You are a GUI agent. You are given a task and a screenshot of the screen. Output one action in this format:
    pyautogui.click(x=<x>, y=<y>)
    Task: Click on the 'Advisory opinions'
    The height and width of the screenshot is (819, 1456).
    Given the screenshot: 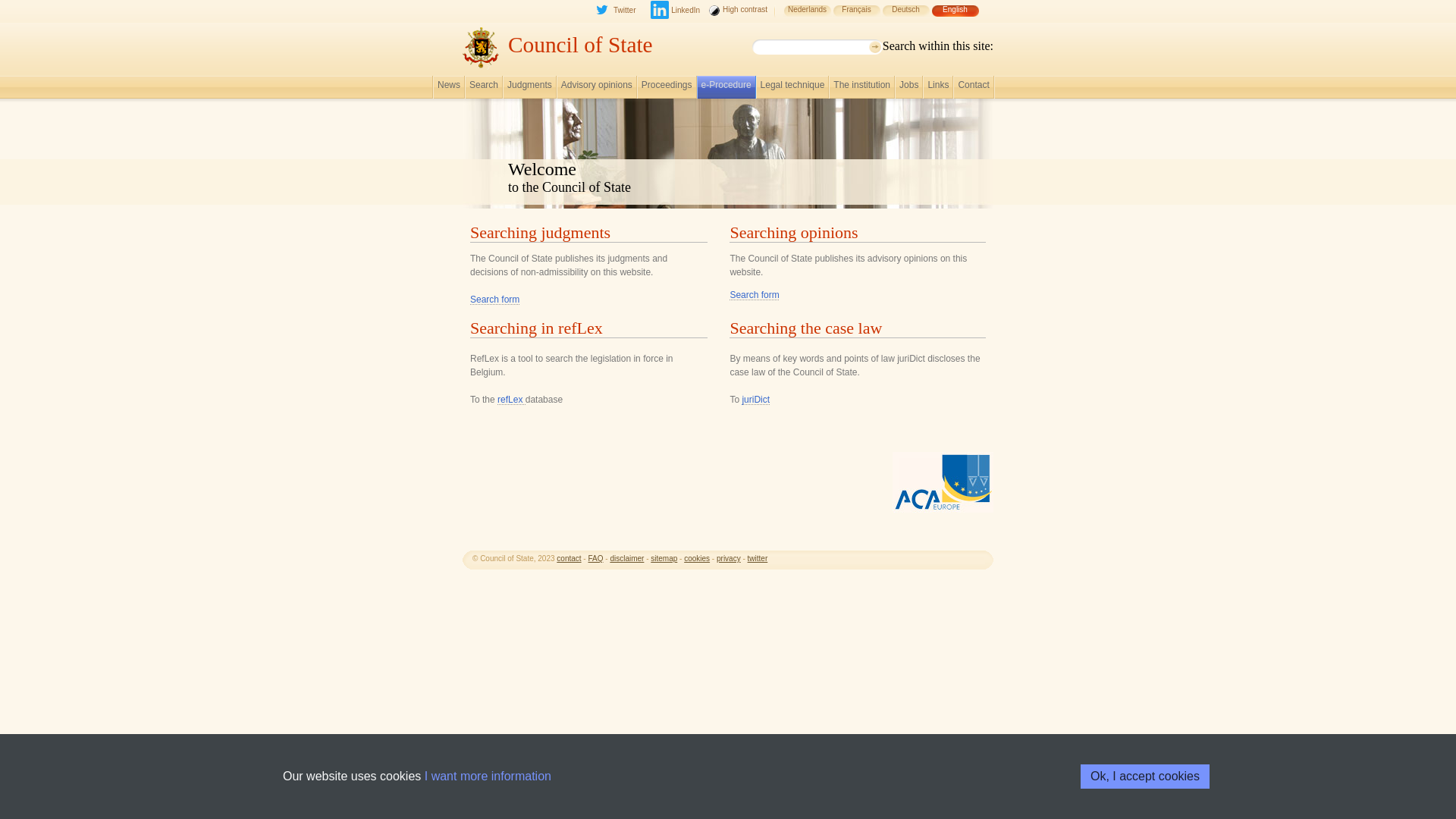 What is the action you would take?
    pyautogui.click(x=596, y=89)
    